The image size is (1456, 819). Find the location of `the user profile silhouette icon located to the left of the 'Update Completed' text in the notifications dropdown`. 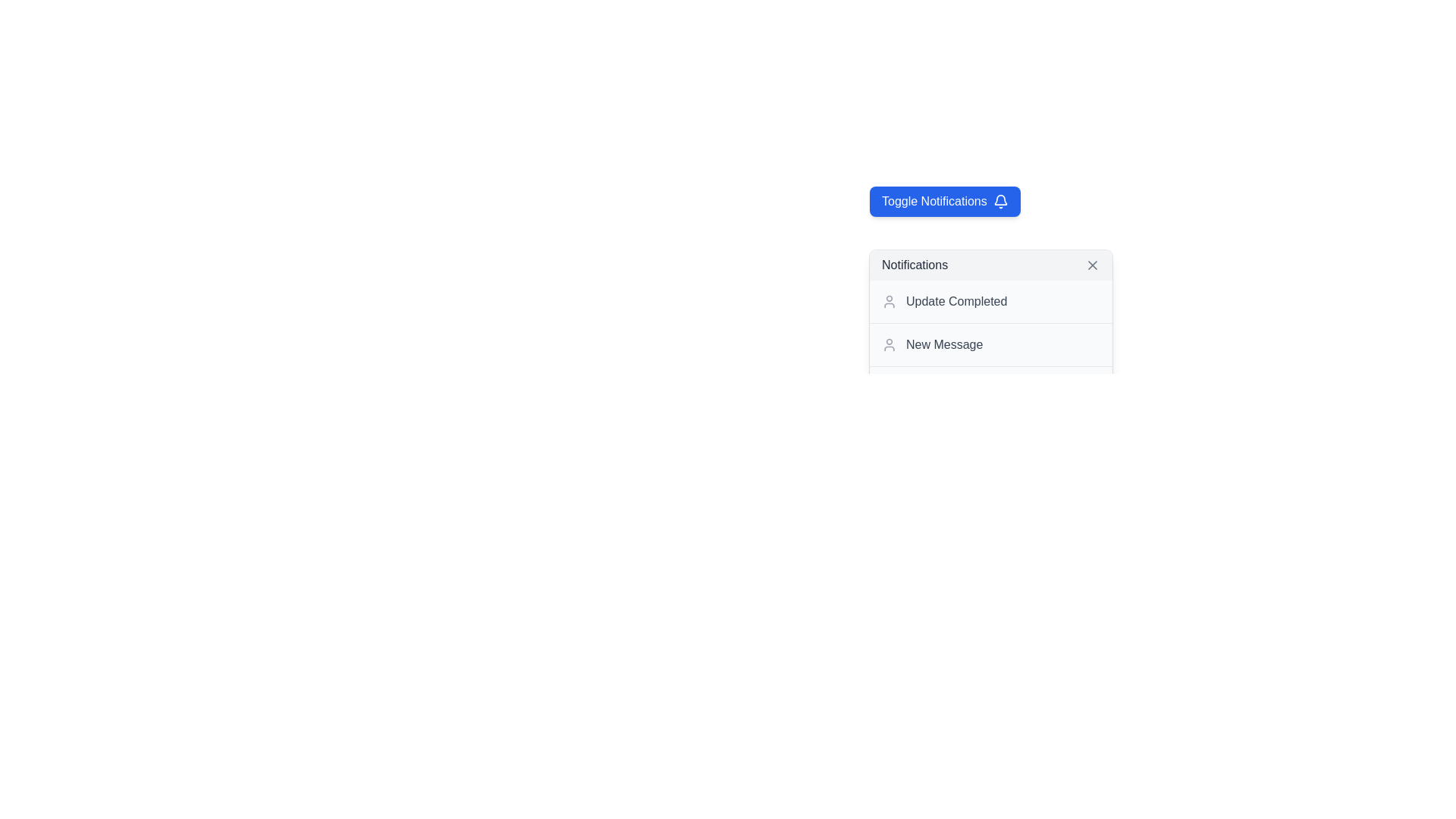

the user profile silhouette icon located to the left of the 'Update Completed' text in the notifications dropdown is located at coordinates (889, 301).